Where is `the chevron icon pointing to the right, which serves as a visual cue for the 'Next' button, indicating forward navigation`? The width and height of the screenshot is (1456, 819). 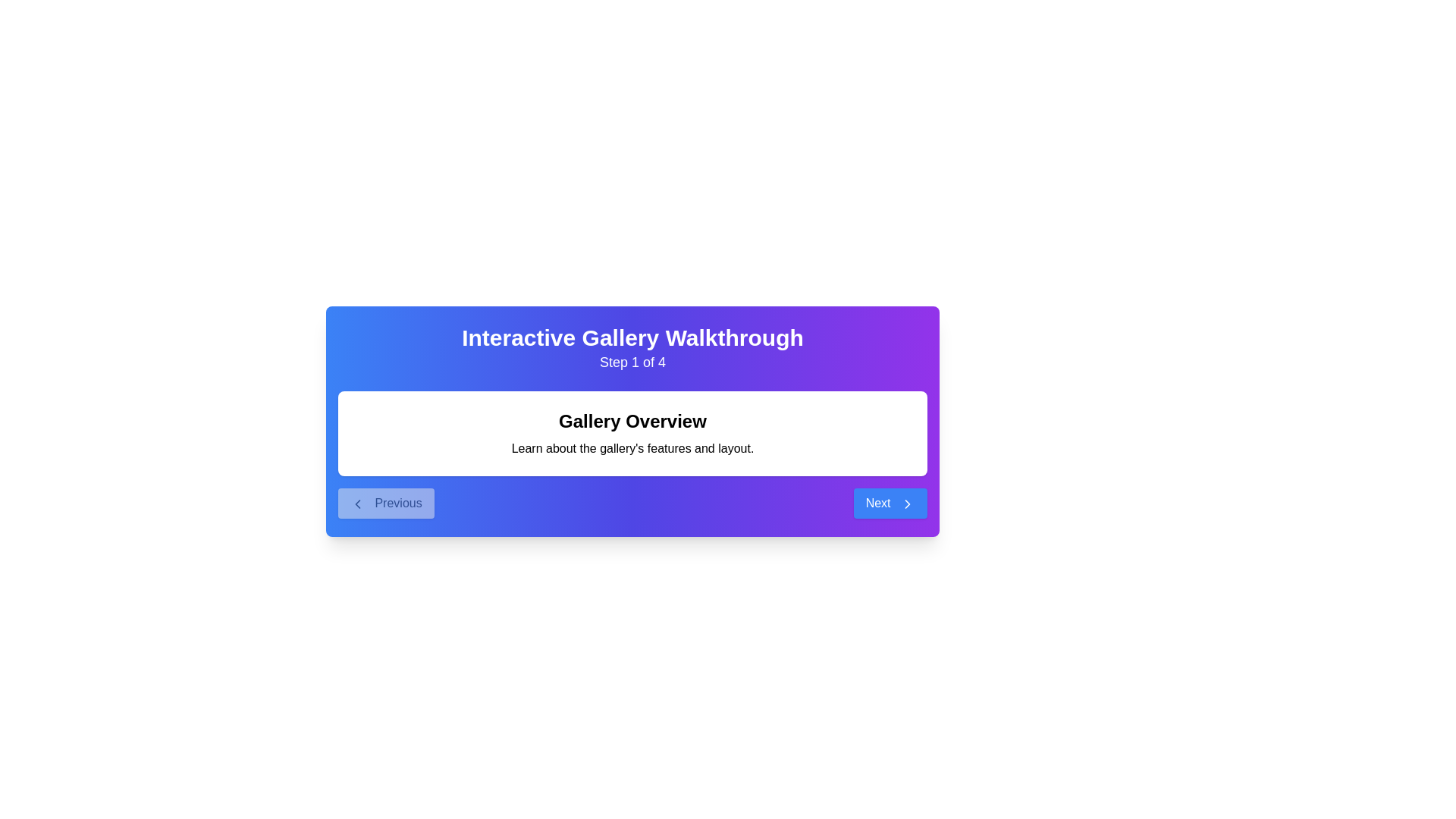 the chevron icon pointing to the right, which serves as a visual cue for the 'Next' button, indicating forward navigation is located at coordinates (907, 503).